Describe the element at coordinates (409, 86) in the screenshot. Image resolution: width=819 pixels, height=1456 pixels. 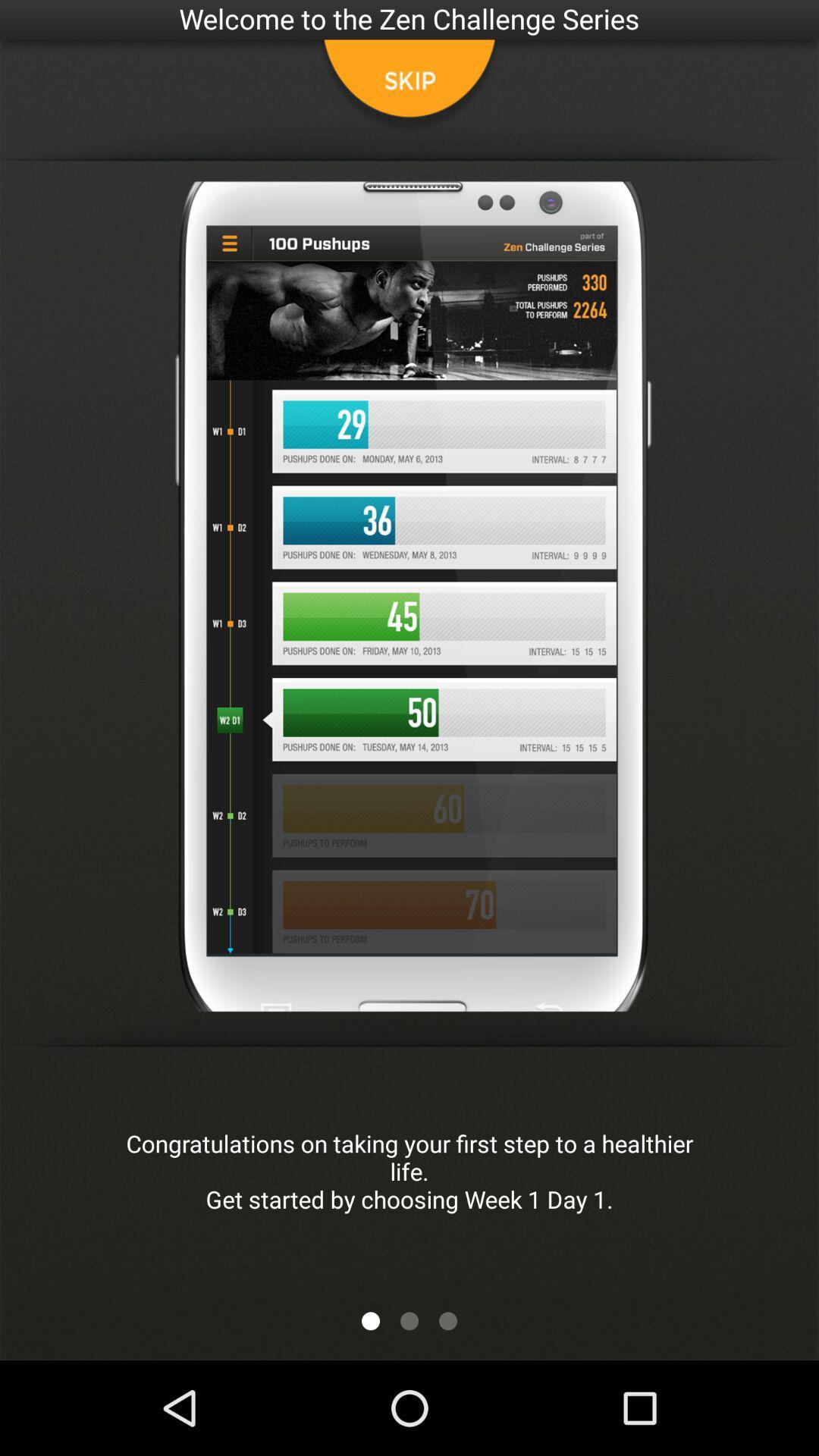
I see `skip intro` at that location.